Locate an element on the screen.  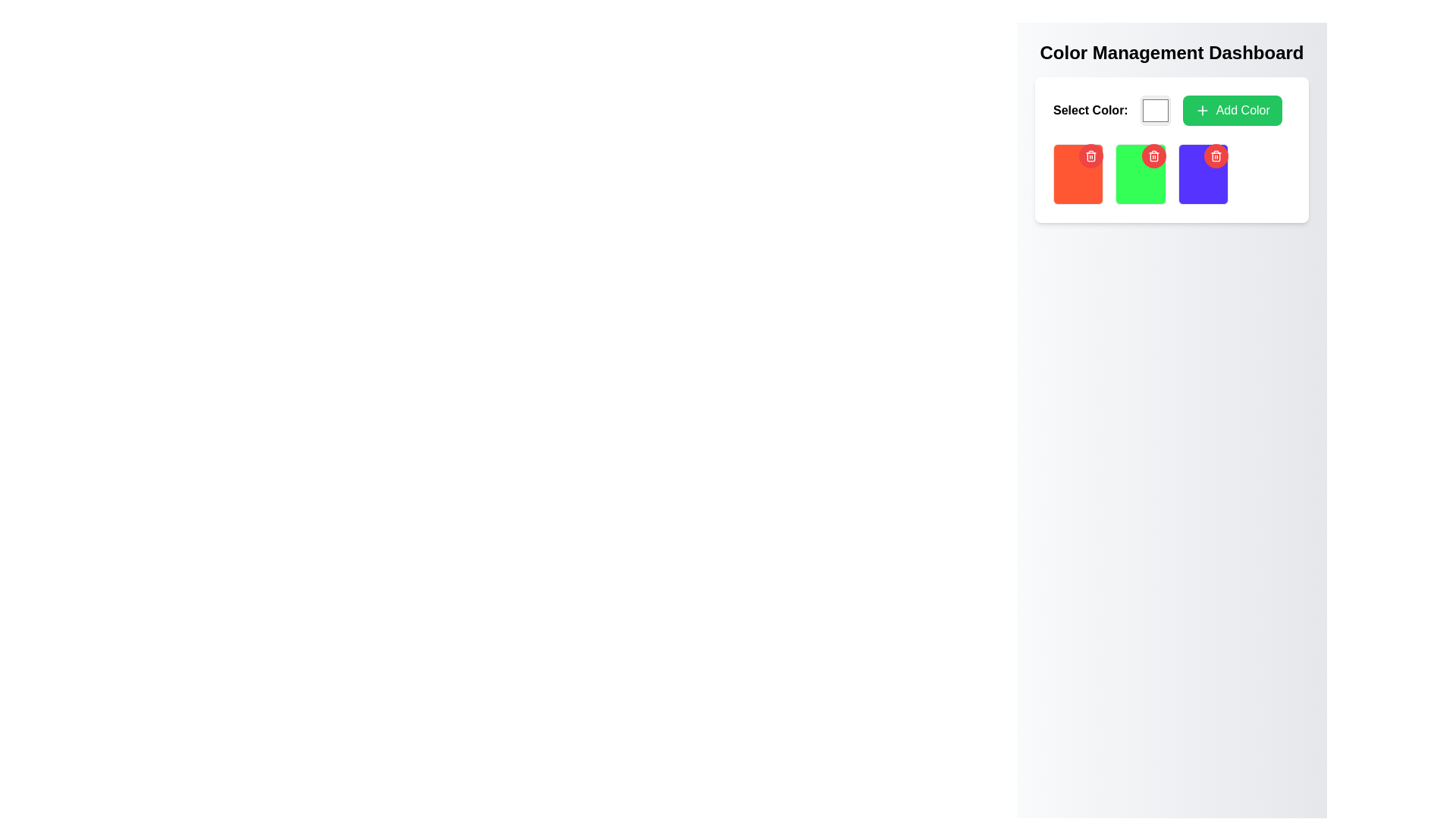
the 'Add Color' button in the Interactive color picker section located beneath the 'Color Management Dashboard' title is located at coordinates (1171, 110).